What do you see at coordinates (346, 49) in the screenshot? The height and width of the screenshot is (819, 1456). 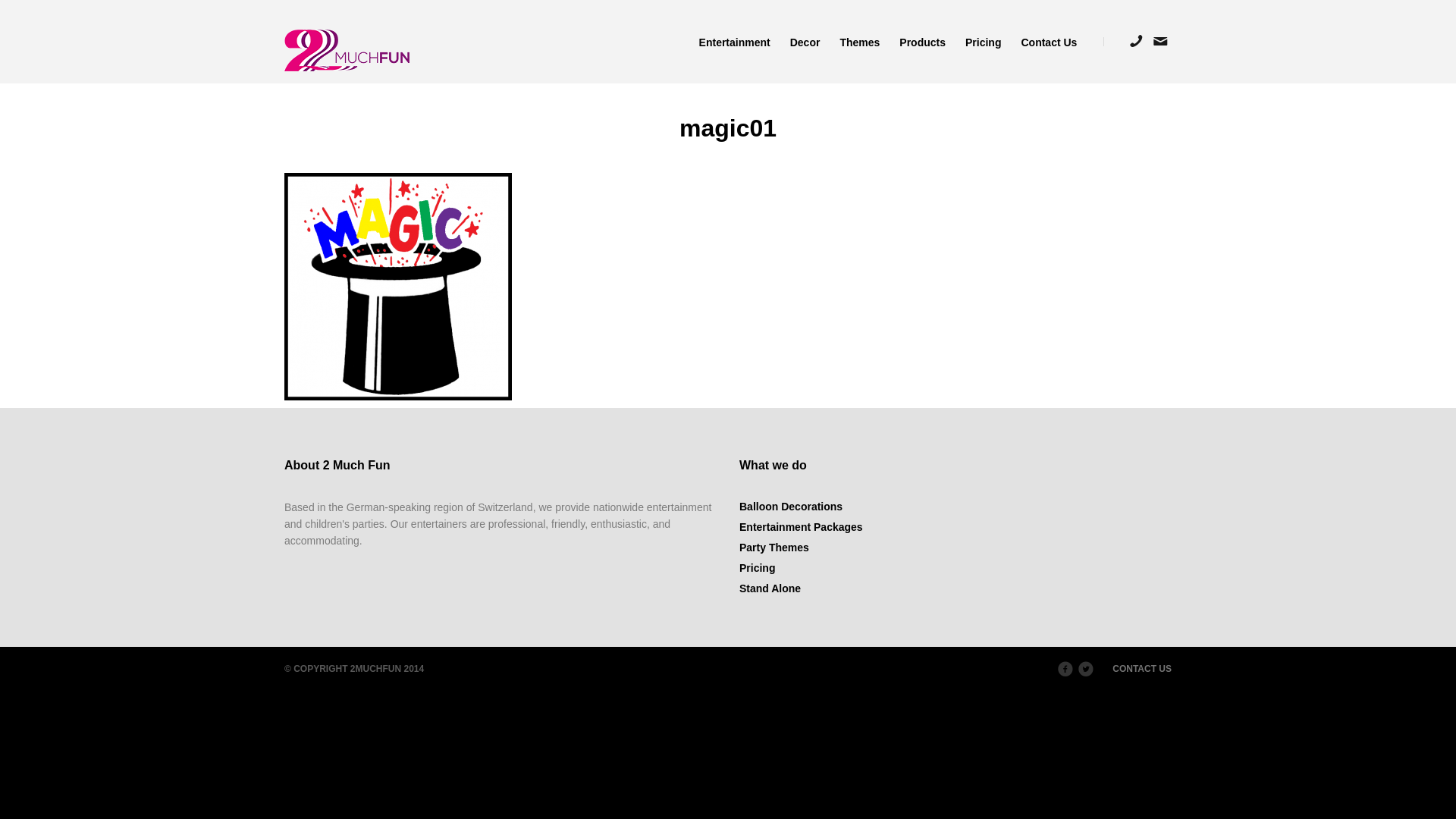 I see `'2MuchFun'` at bounding box center [346, 49].